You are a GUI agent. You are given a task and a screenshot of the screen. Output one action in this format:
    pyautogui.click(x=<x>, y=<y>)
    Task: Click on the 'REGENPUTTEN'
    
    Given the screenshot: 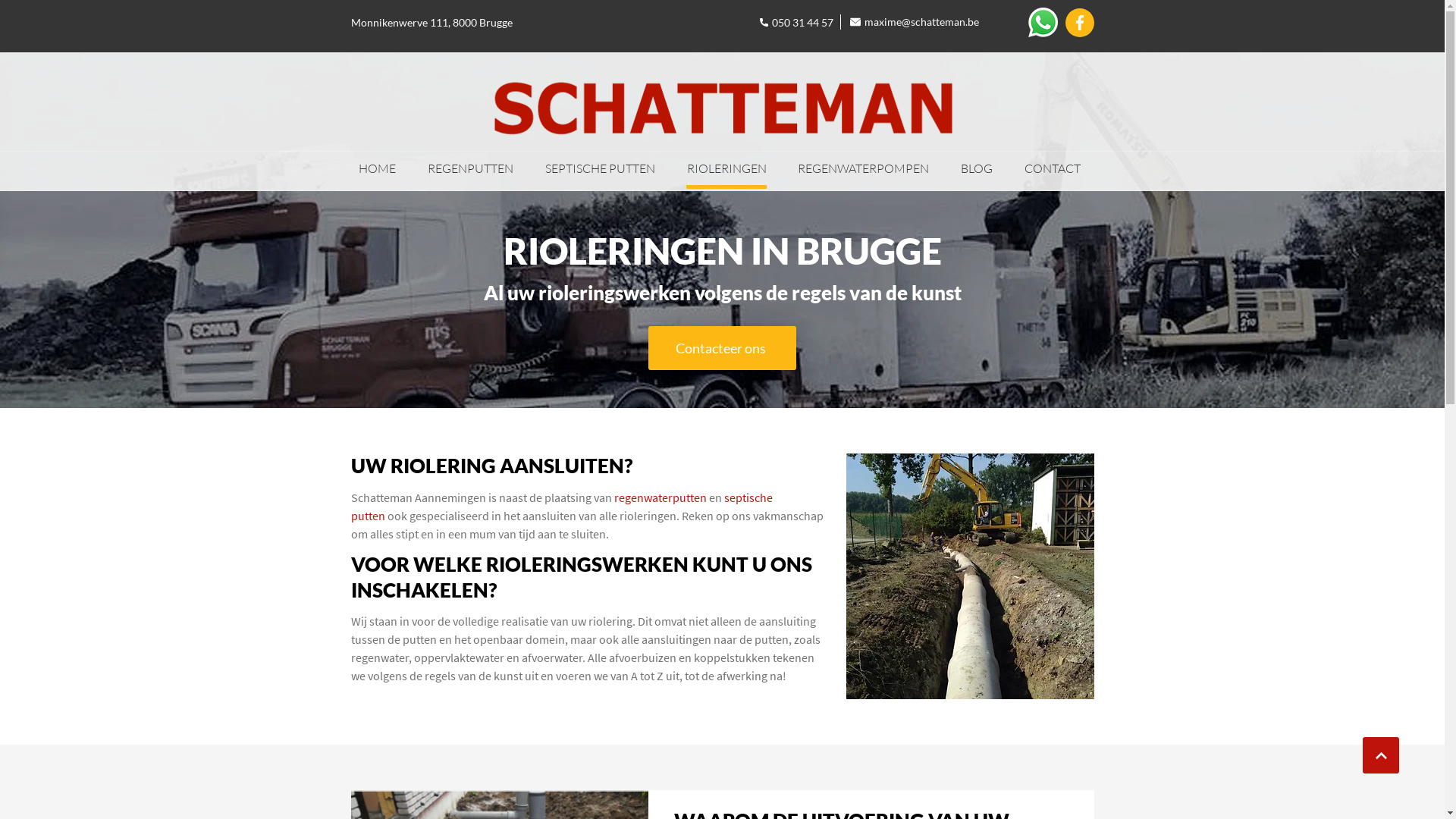 What is the action you would take?
    pyautogui.click(x=469, y=170)
    